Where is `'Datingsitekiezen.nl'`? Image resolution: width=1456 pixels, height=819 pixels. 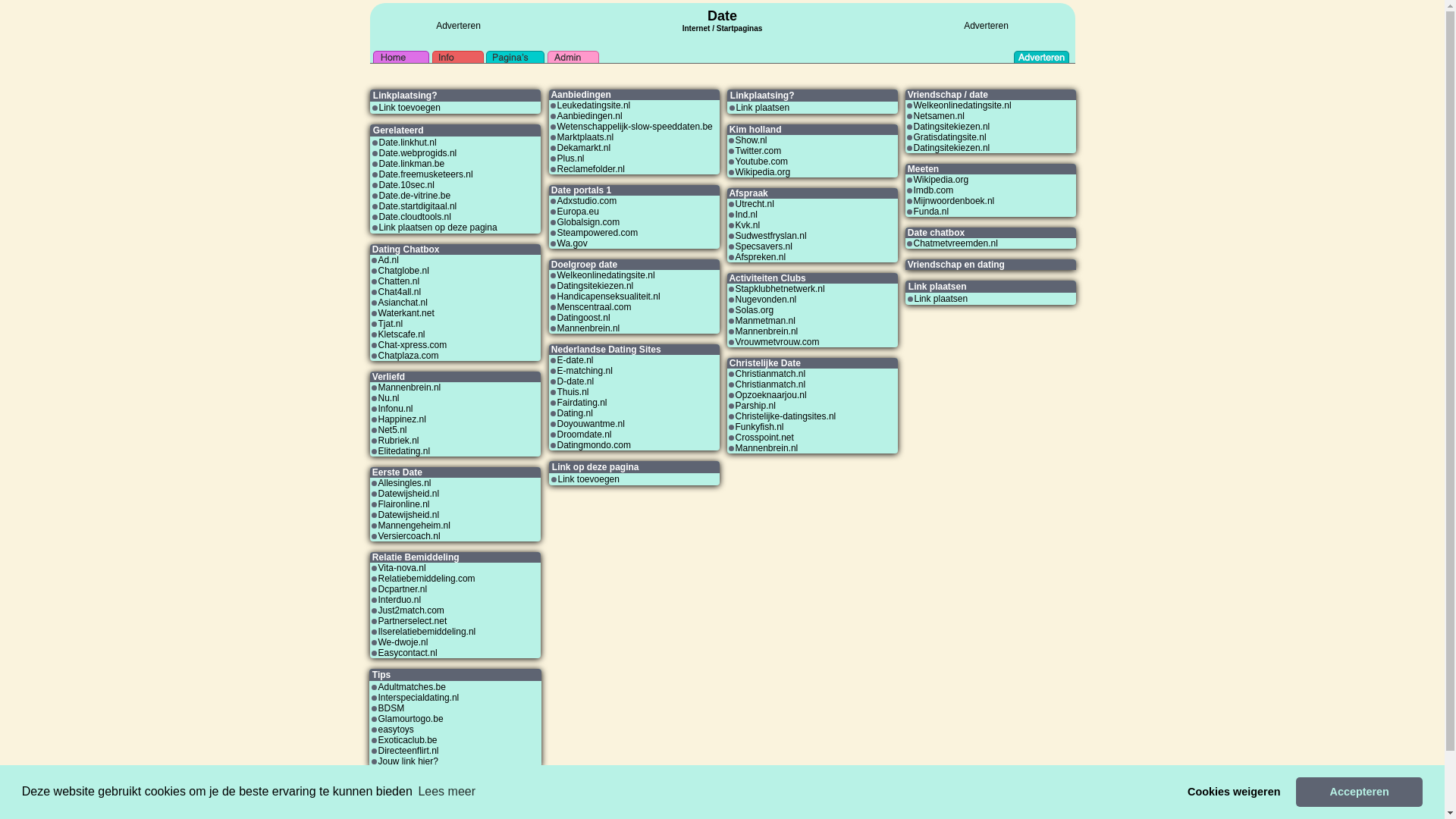 'Datingsitekiezen.nl' is located at coordinates (950, 148).